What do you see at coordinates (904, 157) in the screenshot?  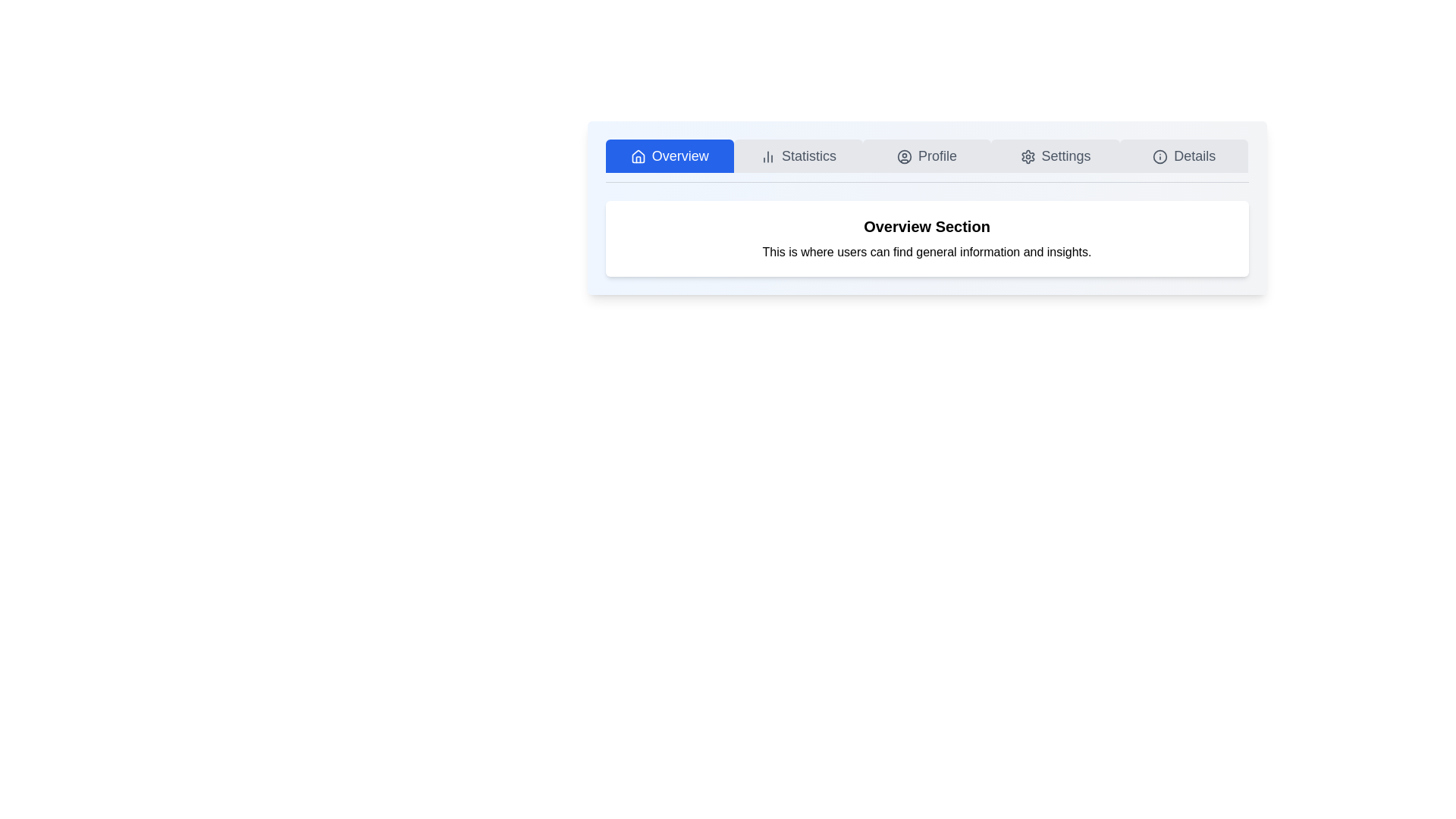 I see `the outer circle of the user profile icon located in the navigation menu or tab bar, which is visually distinct due to its circular shape` at bounding box center [904, 157].